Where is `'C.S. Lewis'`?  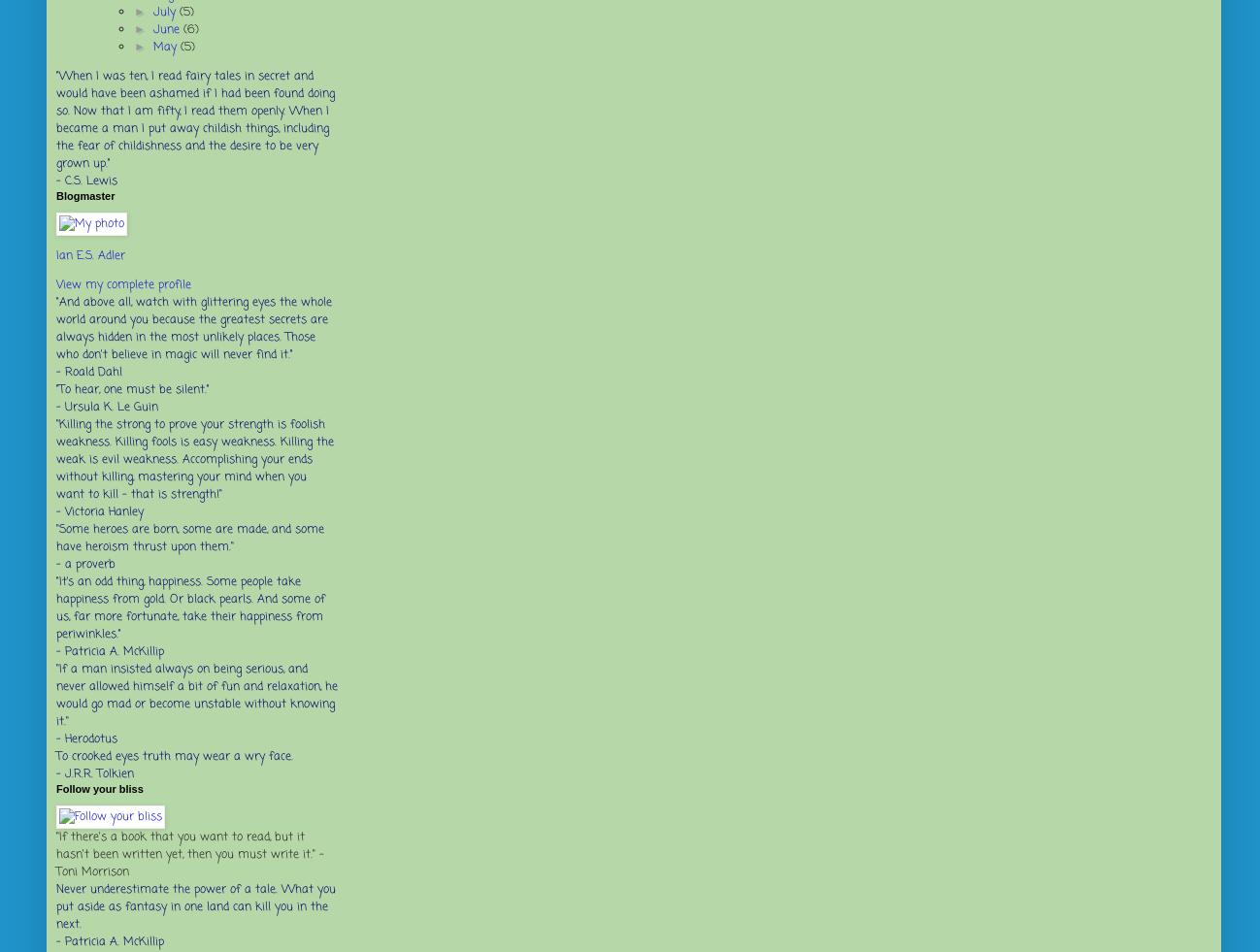
'C.S. Lewis' is located at coordinates (90, 180).